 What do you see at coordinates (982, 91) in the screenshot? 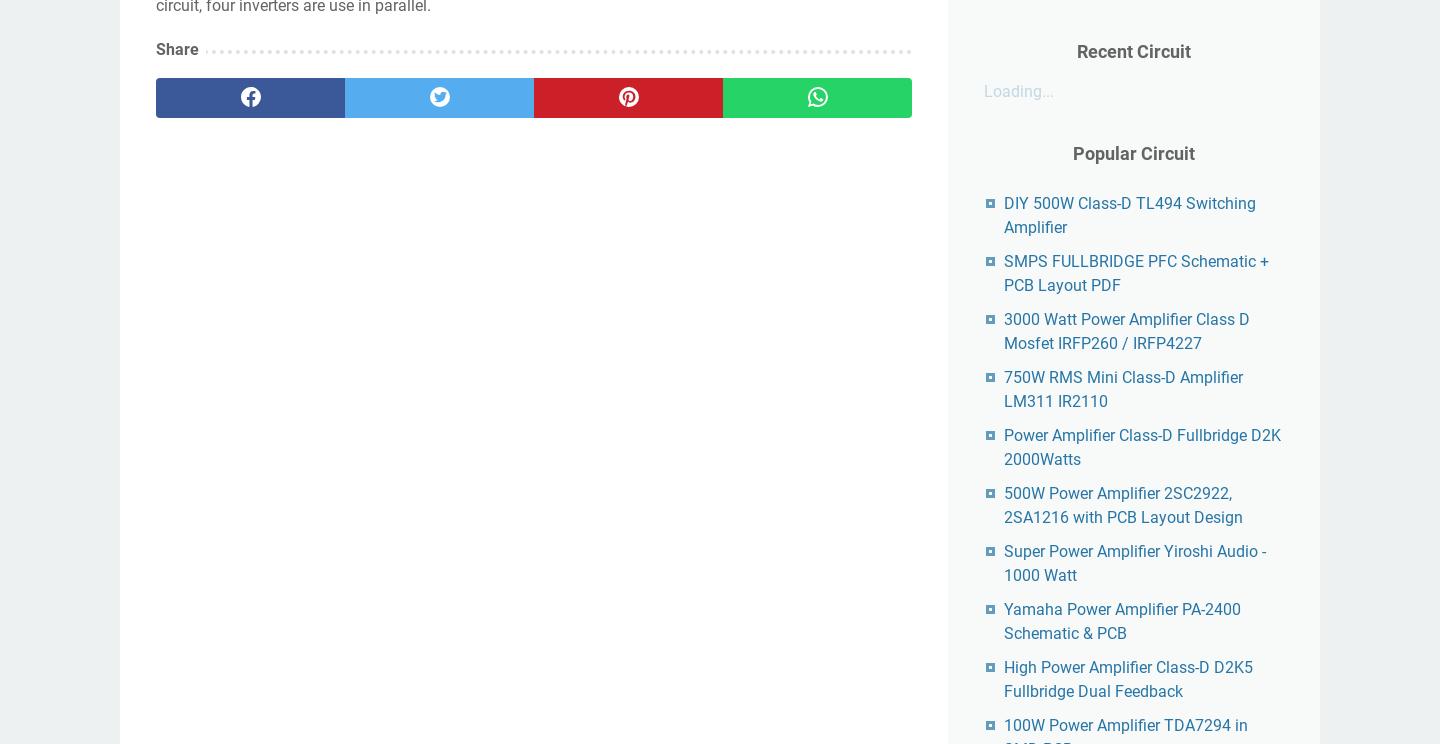
I see `'Loading...'` at bounding box center [982, 91].